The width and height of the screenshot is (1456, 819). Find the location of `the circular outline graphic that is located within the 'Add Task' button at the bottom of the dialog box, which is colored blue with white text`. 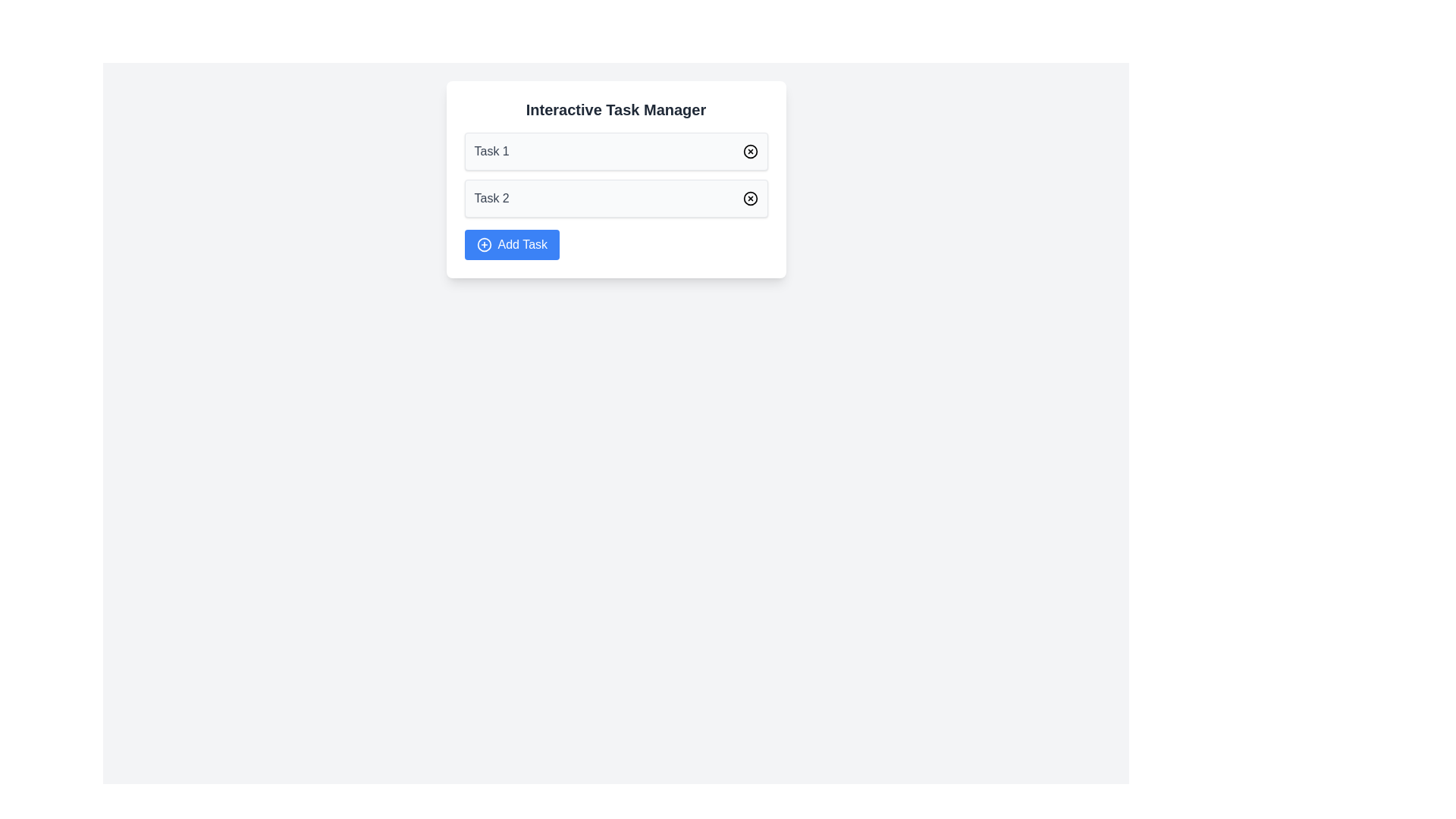

the circular outline graphic that is located within the 'Add Task' button at the bottom of the dialog box, which is colored blue with white text is located at coordinates (483, 244).